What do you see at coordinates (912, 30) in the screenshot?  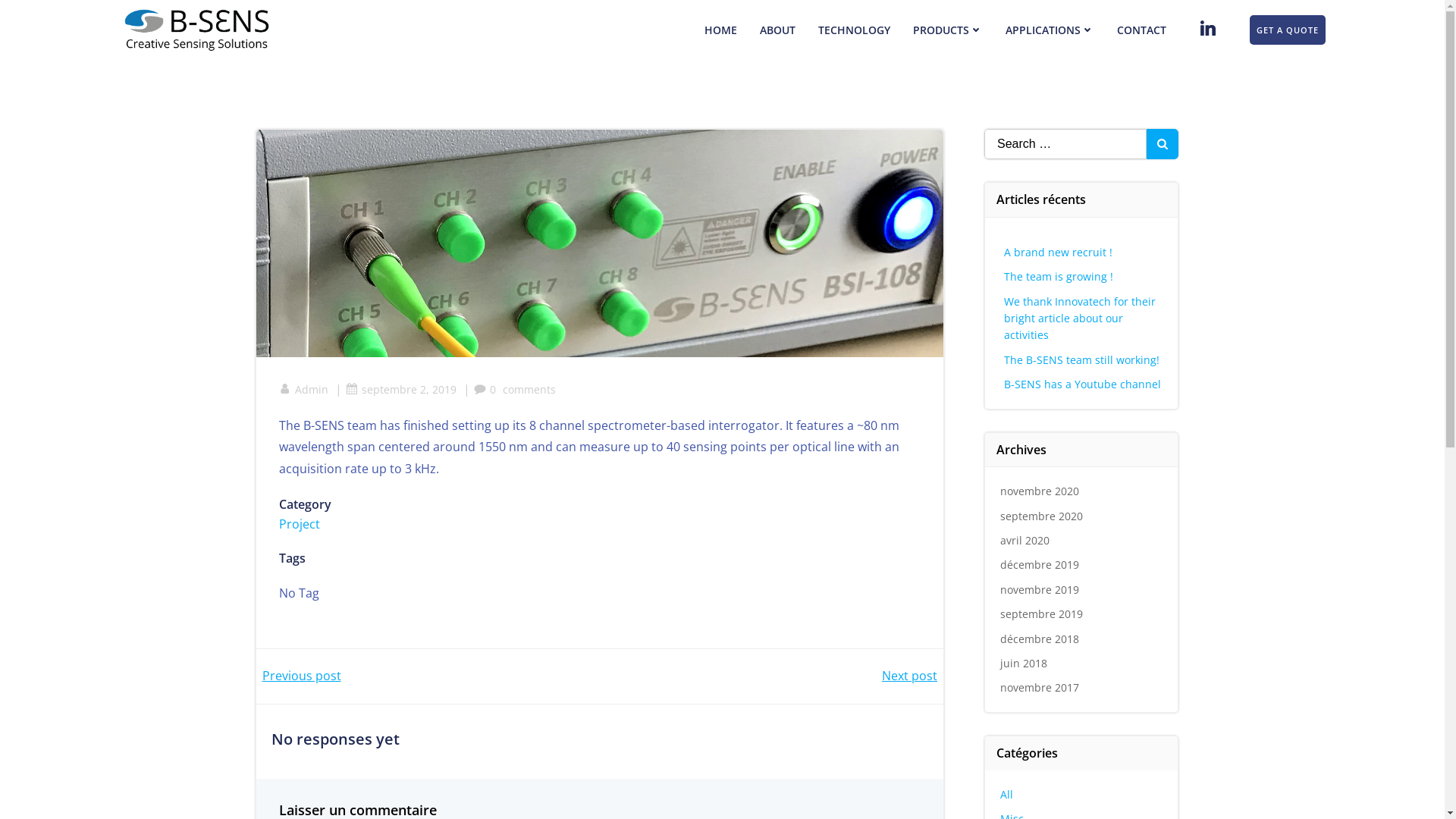 I see `'PRODUCTS'` at bounding box center [912, 30].